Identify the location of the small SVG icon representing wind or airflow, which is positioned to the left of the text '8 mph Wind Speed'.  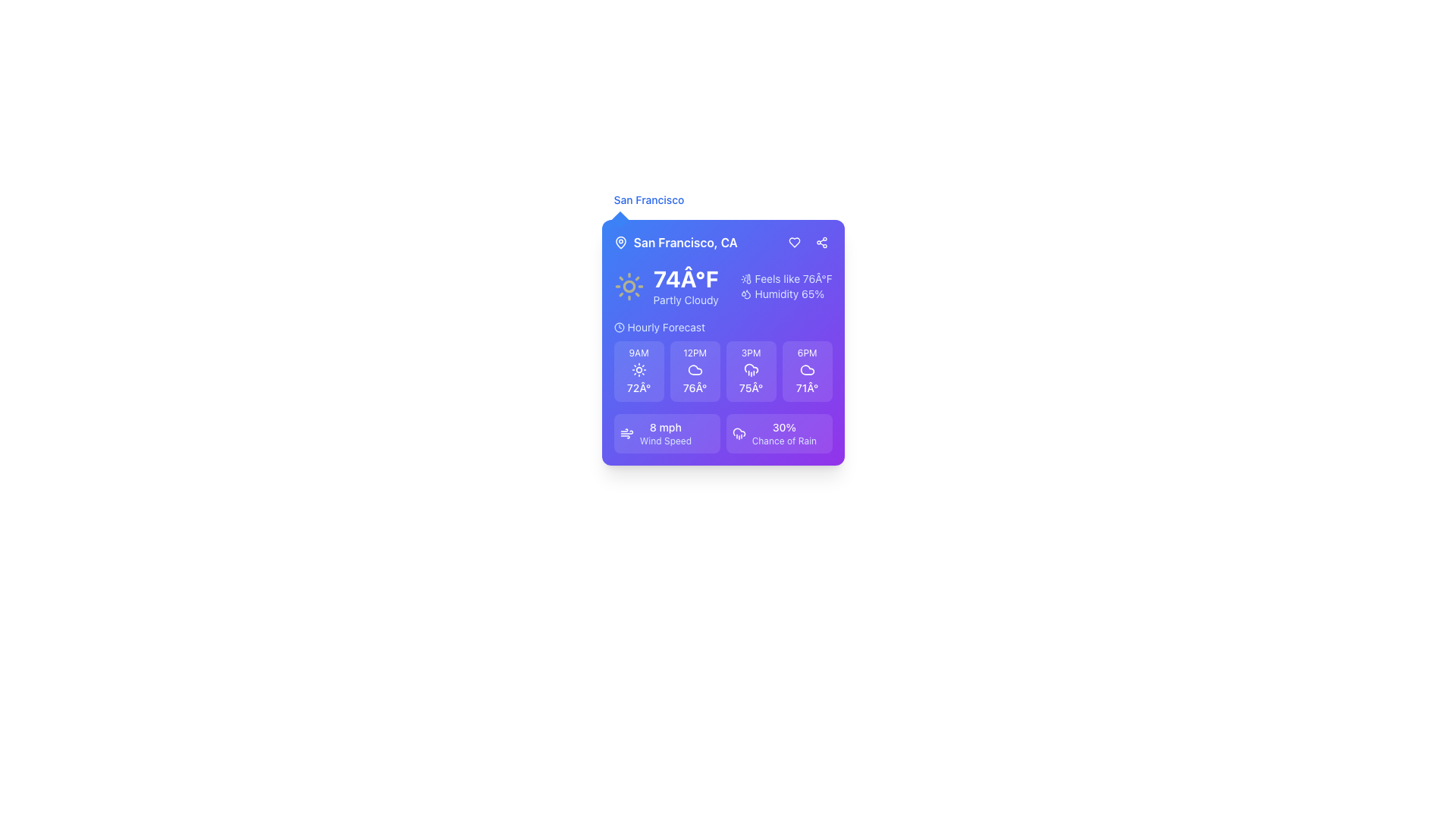
(626, 433).